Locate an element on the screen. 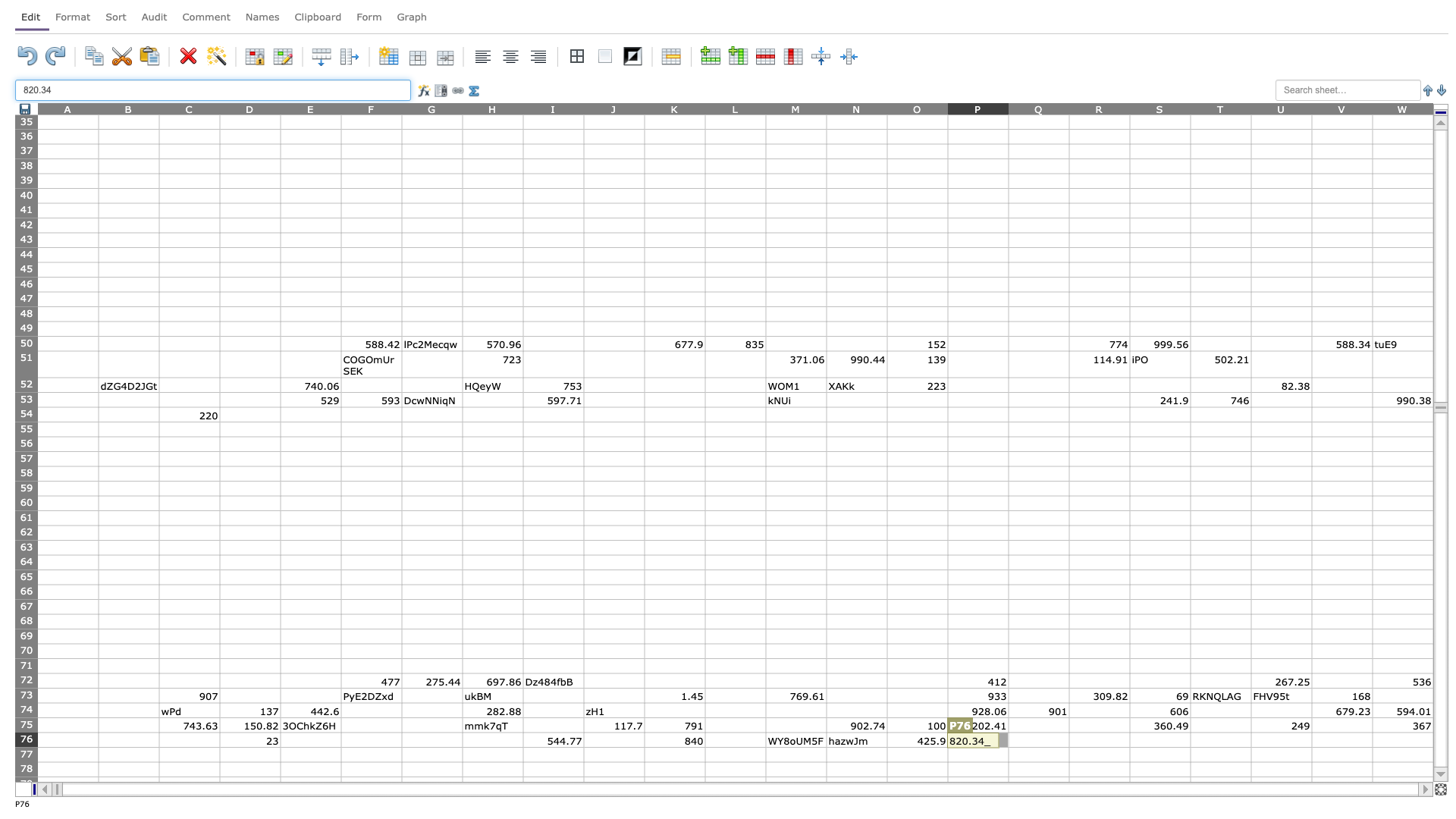 The image size is (1456, 819). Northwest corner of cell R76 is located at coordinates (1068, 731).